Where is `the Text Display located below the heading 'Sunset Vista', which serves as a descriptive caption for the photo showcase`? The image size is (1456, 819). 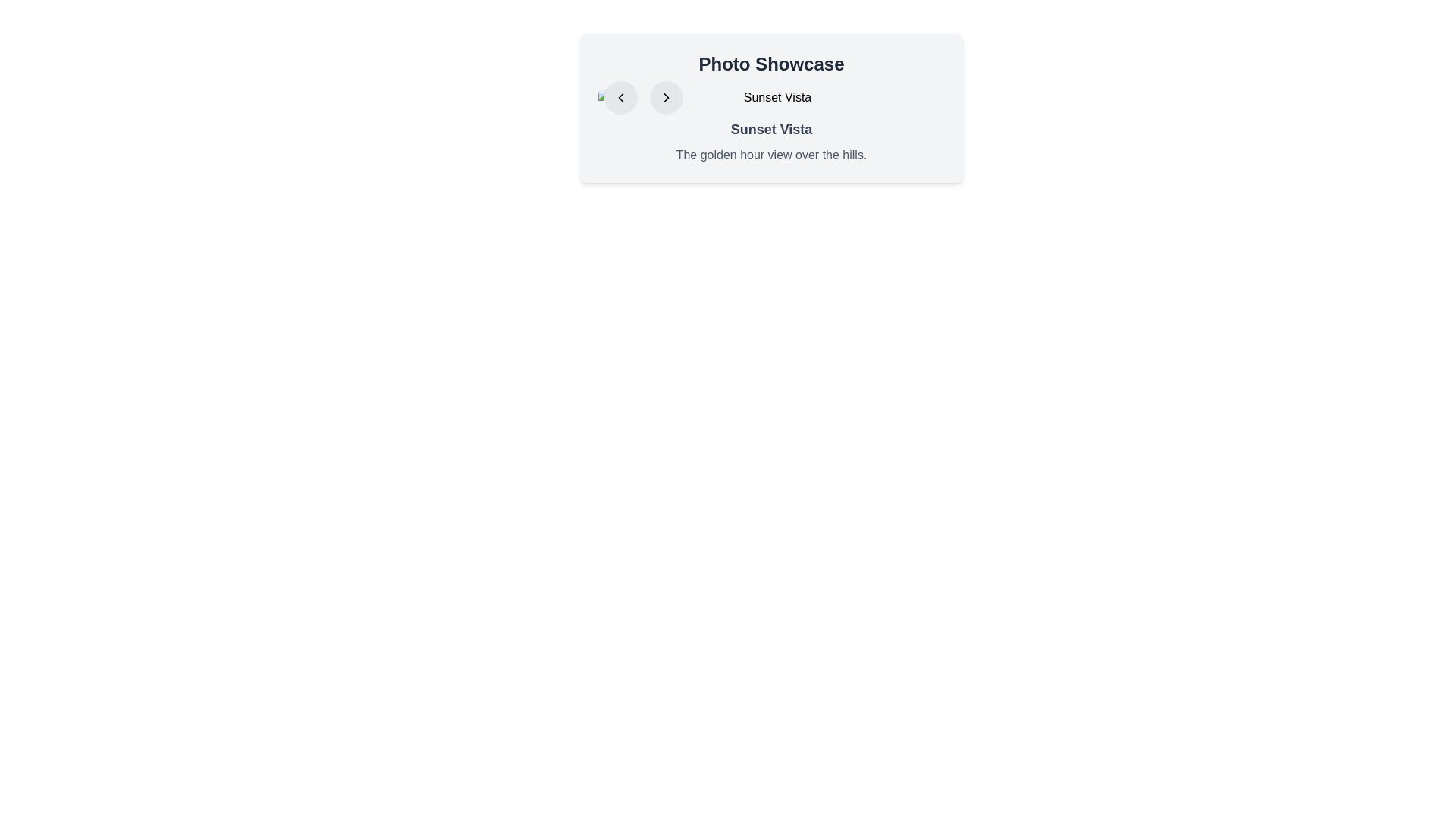 the Text Display located below the heading 'Sunset Vista', which serves as a descriptive caption for the photo showcase is located at coordinates (771, 155).